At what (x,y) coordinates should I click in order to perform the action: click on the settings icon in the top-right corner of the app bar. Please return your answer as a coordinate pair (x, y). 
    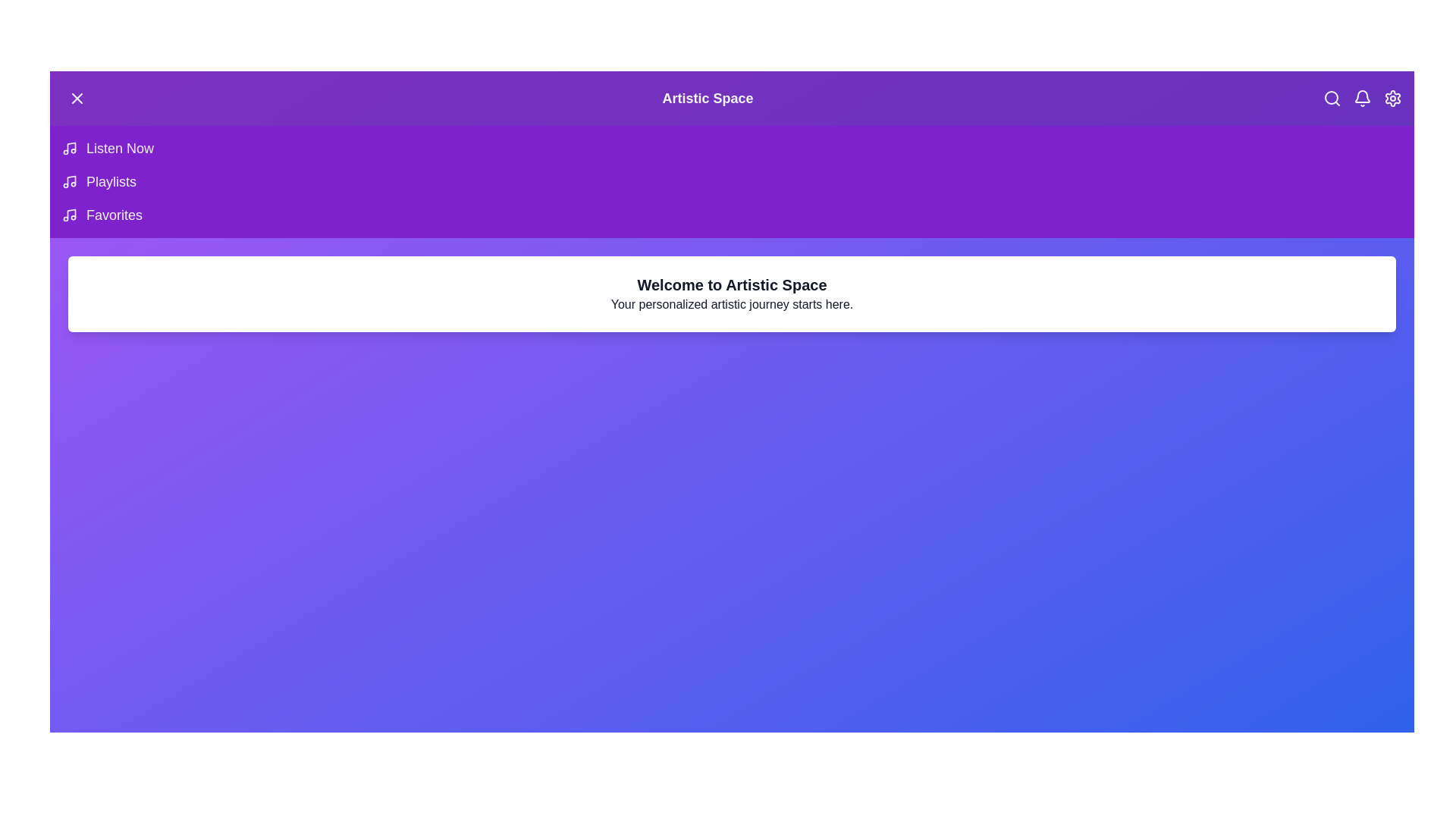
    Looking at the image, I should click on (1393, 99).